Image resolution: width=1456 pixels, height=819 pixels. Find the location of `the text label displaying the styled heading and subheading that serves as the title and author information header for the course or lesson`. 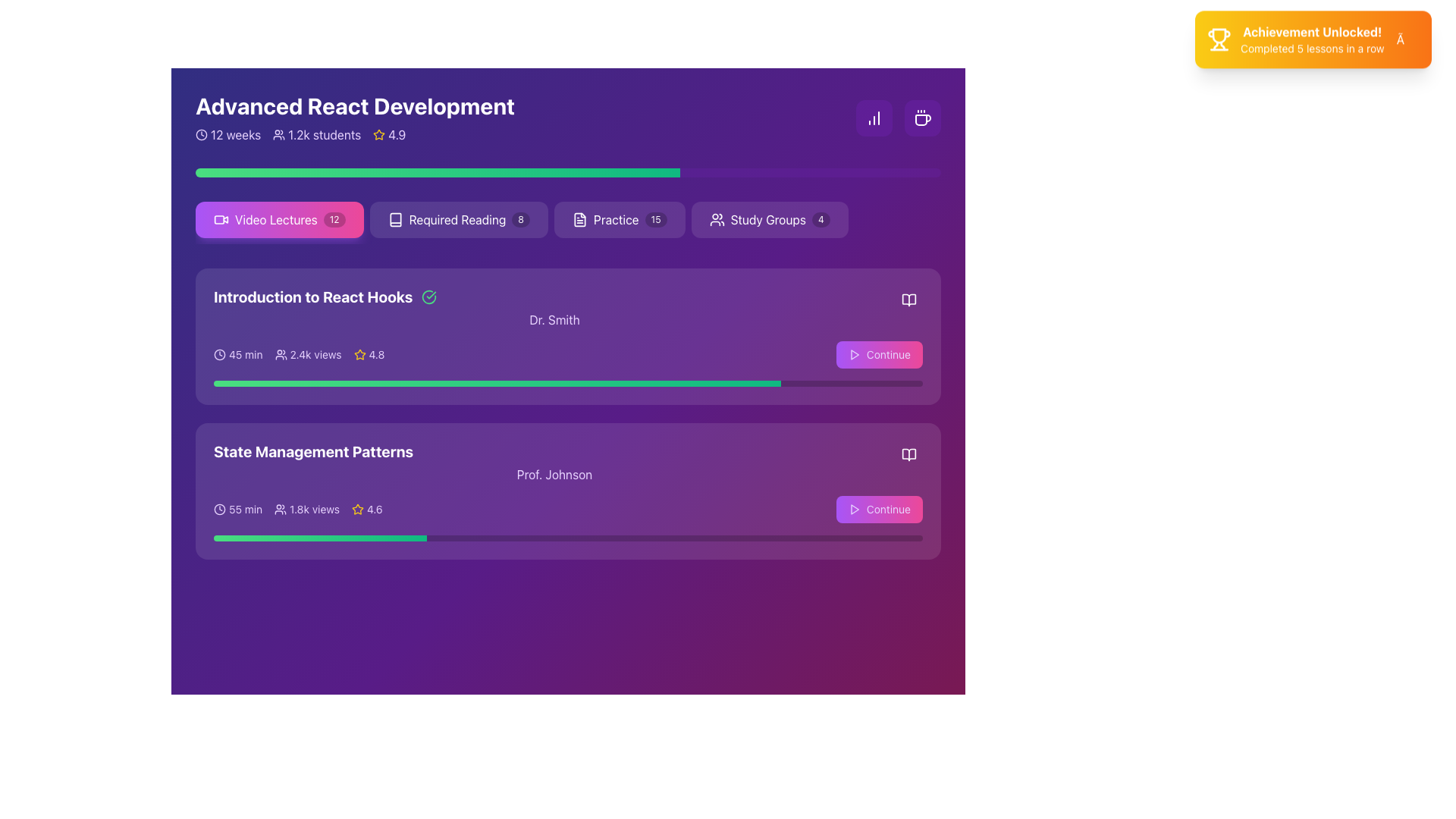

the text label displaying the styled heading and subheading that serves as the title and author information header for the course or lesson is located at coordinates (567, 307).